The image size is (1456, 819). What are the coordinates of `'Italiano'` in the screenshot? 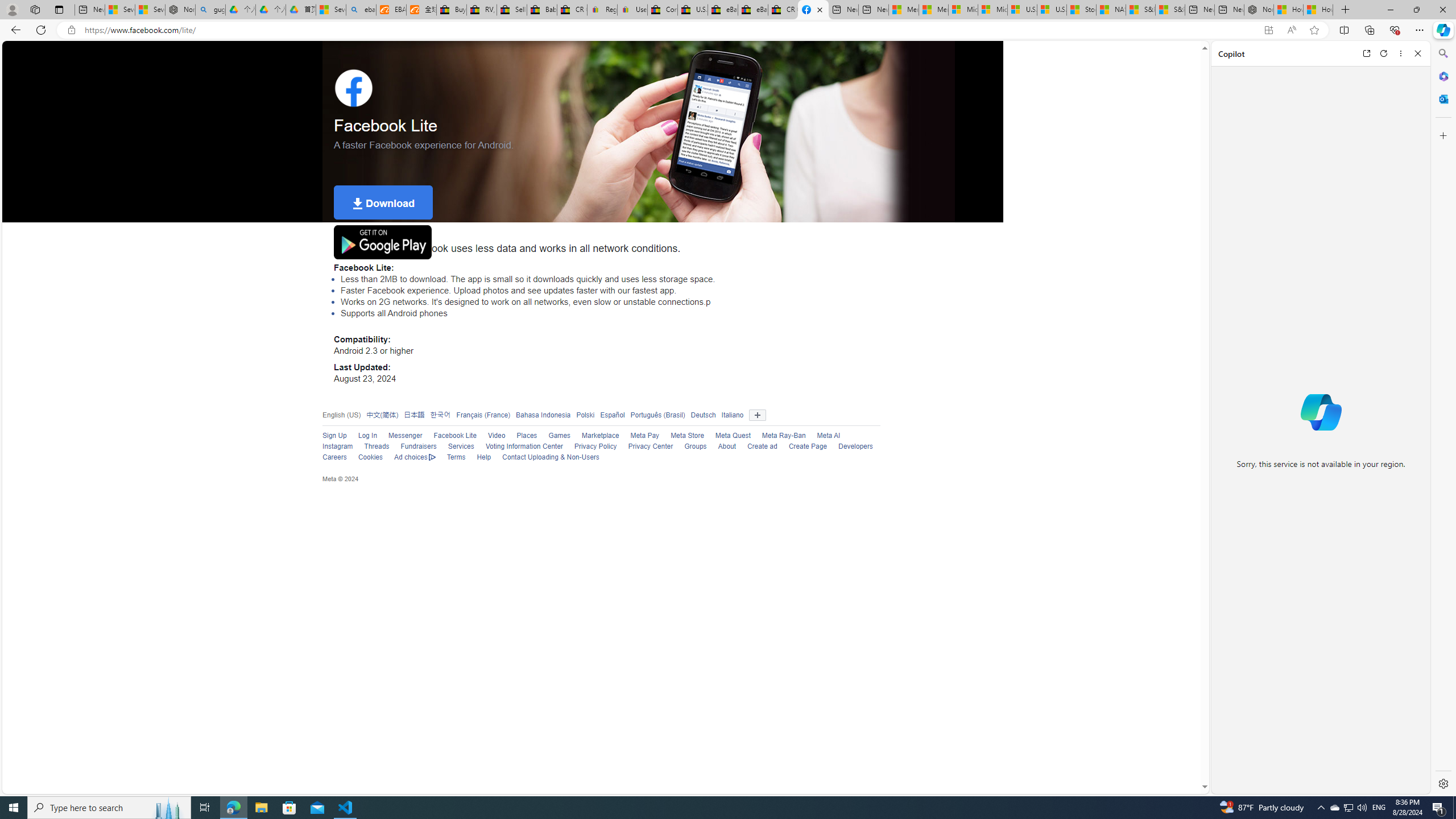 It's located at (729, 415).